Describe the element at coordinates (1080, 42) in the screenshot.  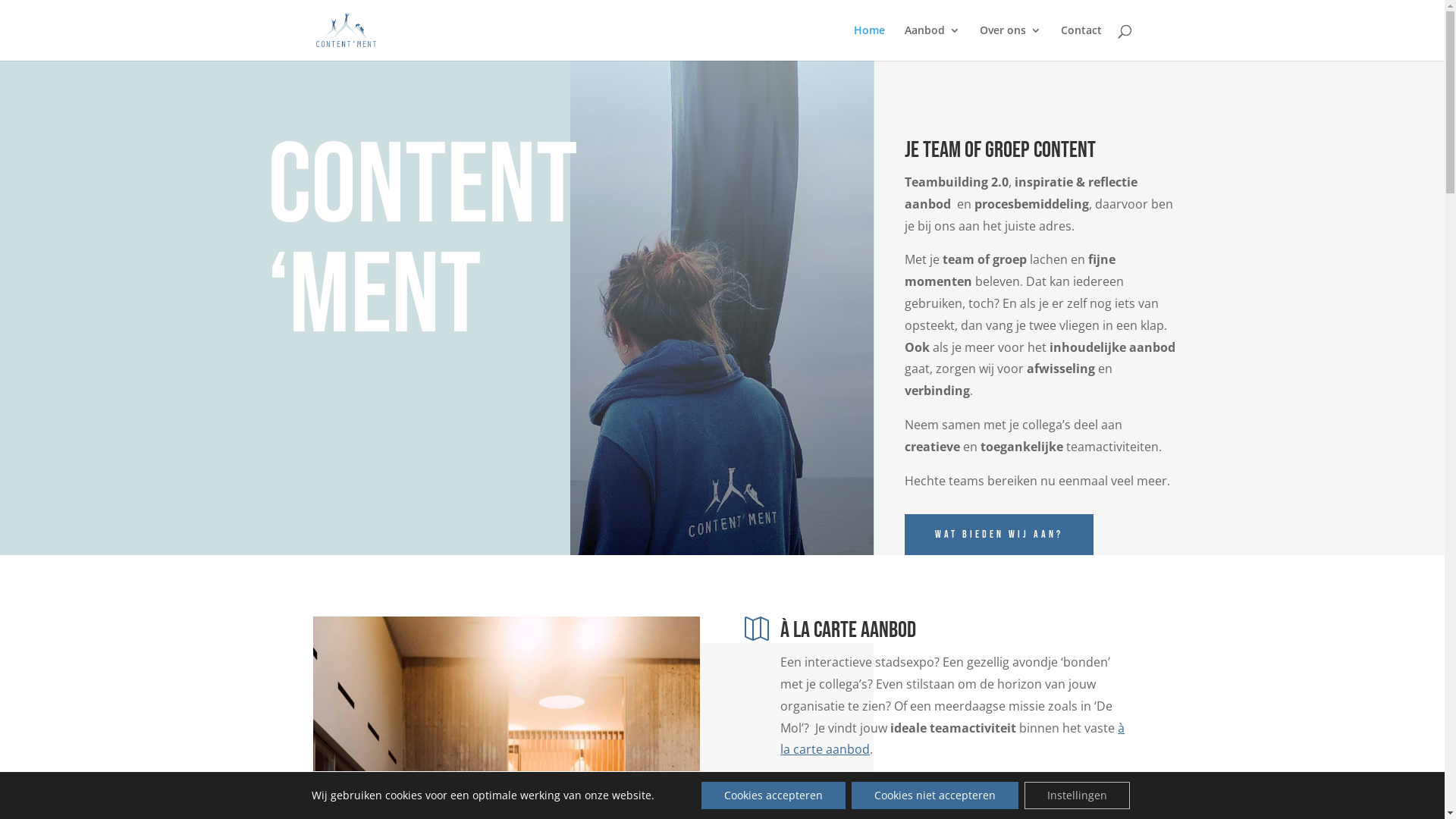
I see `'Contact'` at that location.